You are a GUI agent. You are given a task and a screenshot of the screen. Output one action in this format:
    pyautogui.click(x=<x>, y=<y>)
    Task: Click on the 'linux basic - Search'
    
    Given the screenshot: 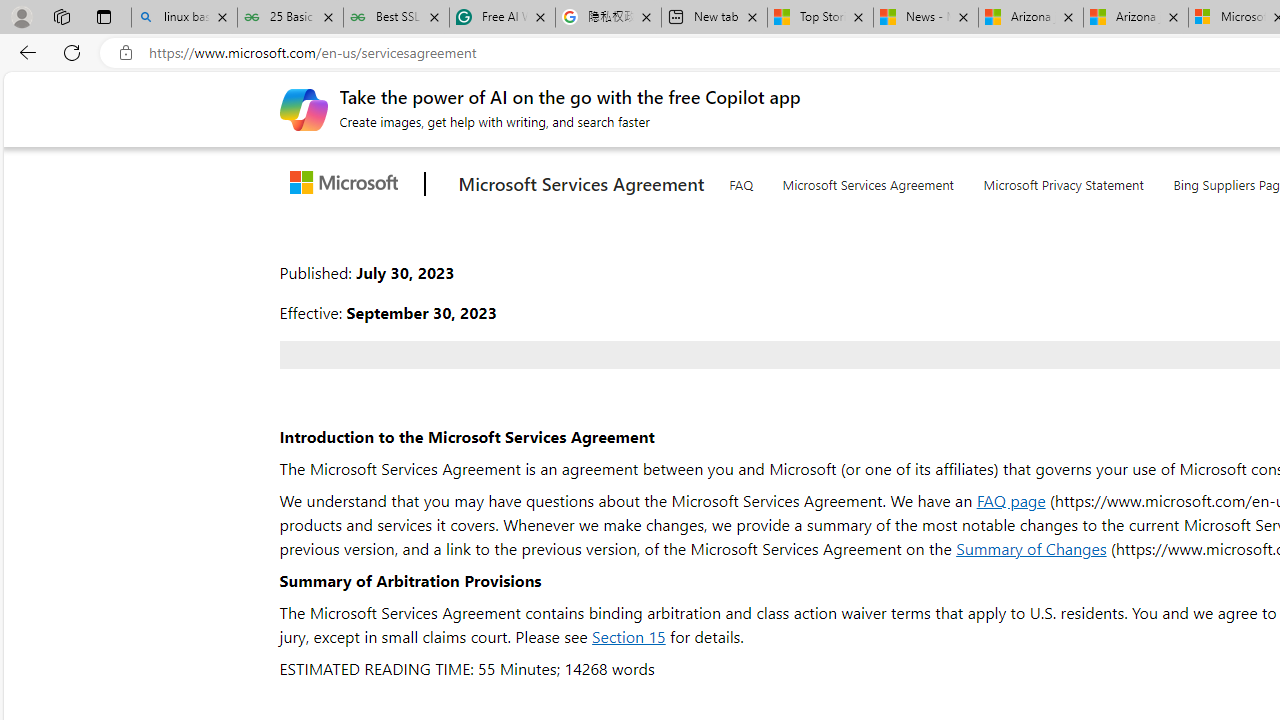 What is the action you would take?
    pyautogui.click(x=184, y=17)
    